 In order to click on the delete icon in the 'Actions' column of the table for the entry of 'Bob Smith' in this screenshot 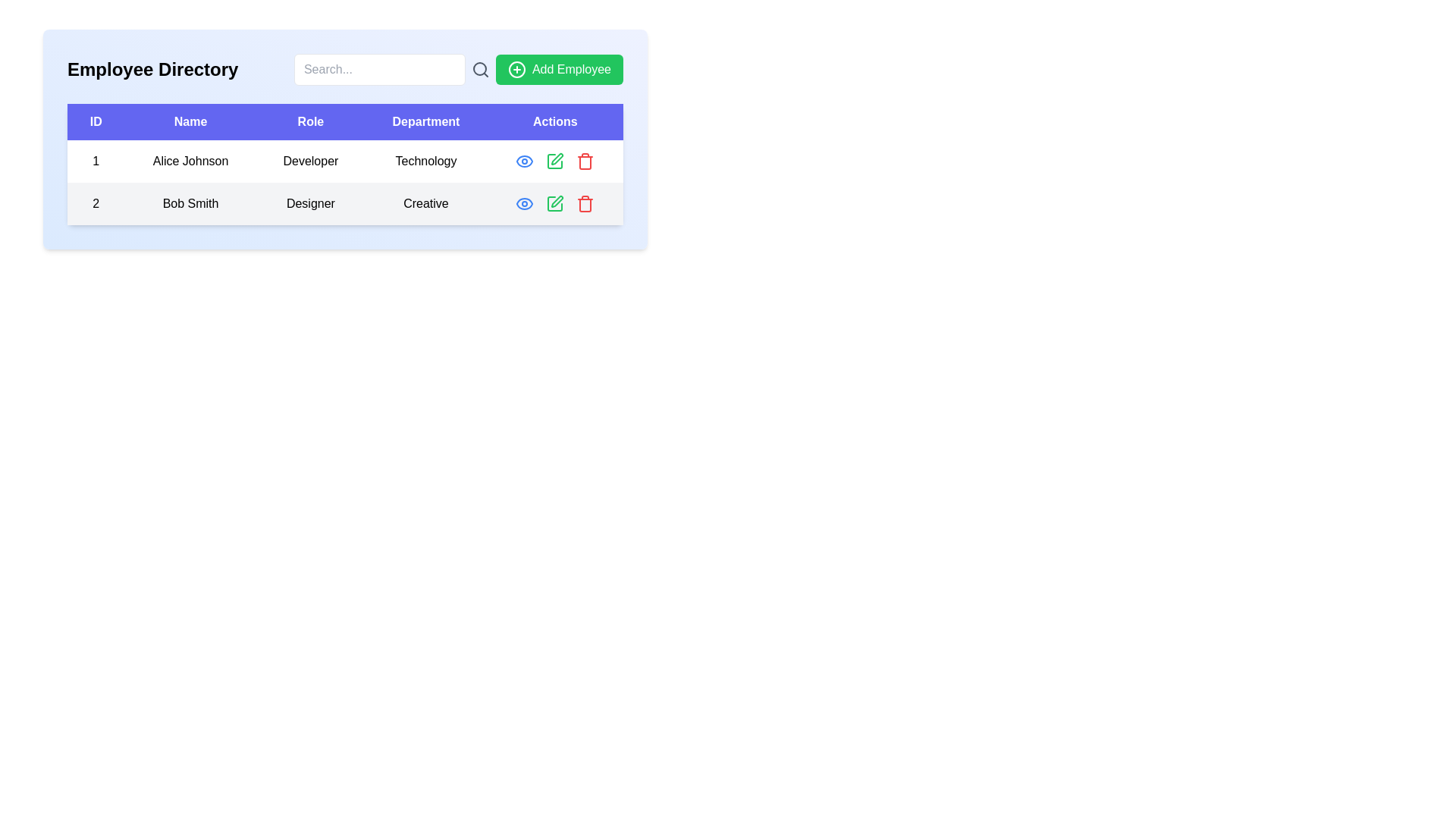, I will do `click(585, 203)`.